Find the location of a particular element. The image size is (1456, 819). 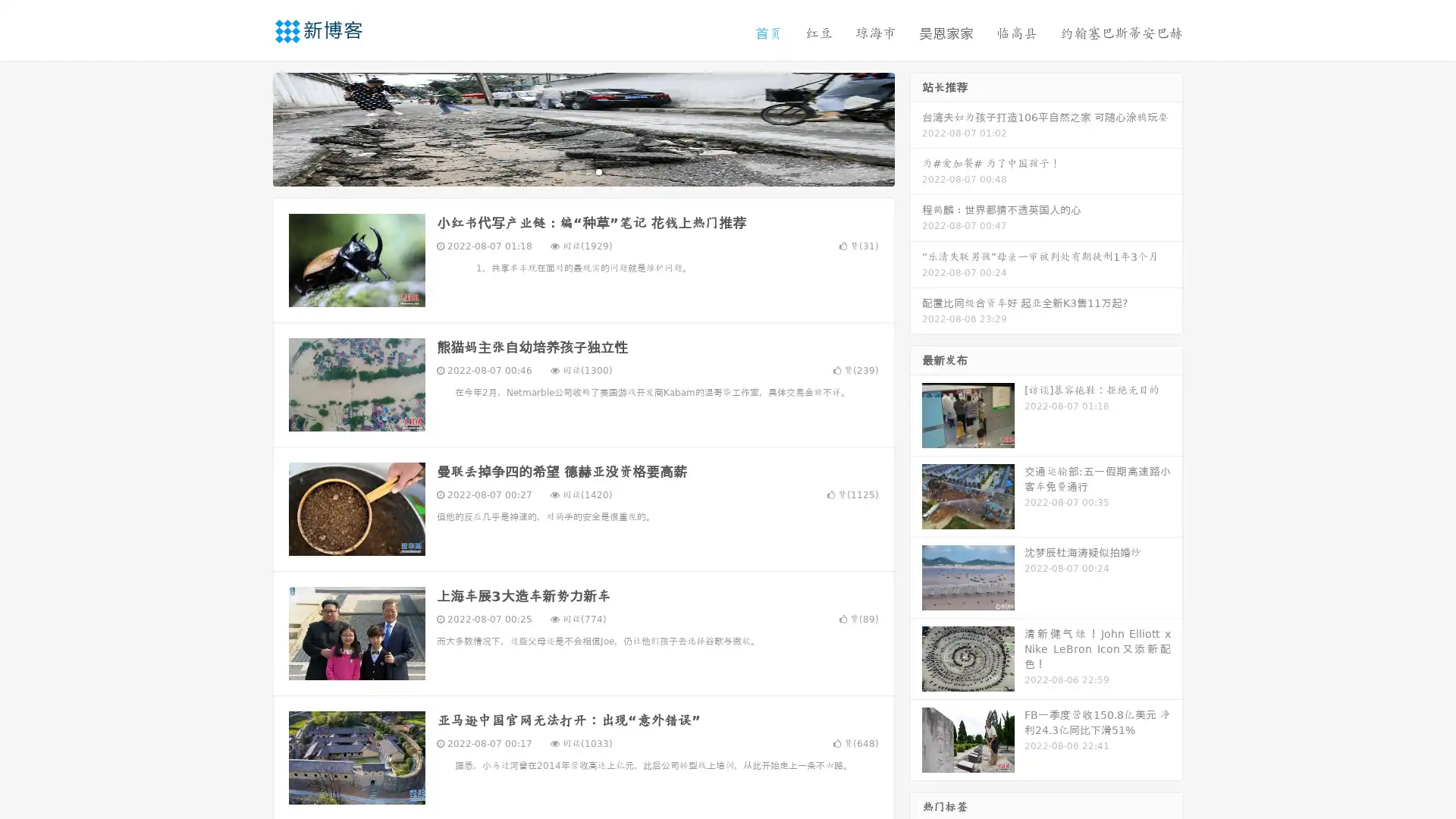

Go to slide 3 is located at coordinates (598, 171).